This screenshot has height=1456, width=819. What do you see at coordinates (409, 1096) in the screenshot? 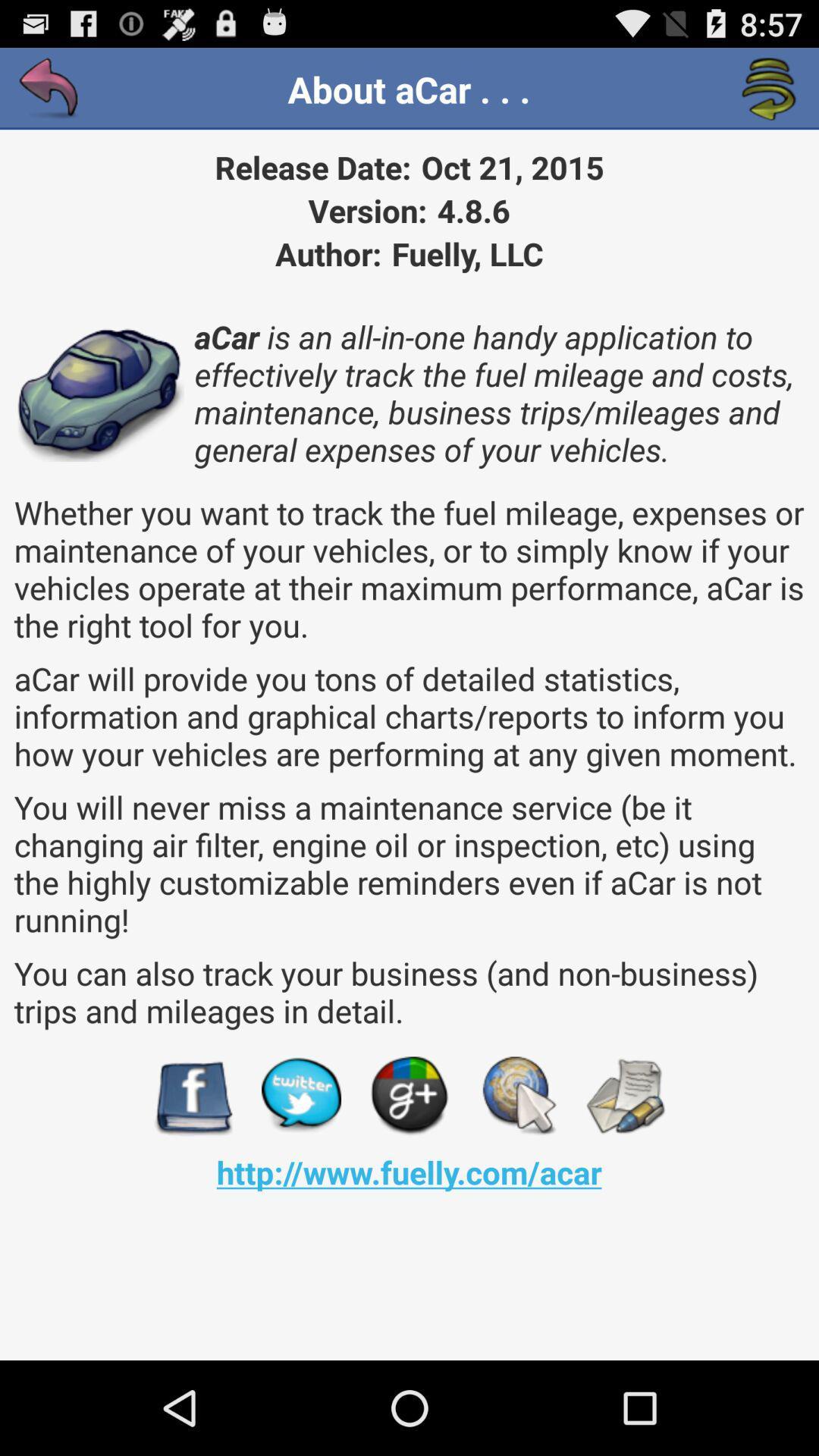
I see `visit on g+` at bounding box center [409, 1096].